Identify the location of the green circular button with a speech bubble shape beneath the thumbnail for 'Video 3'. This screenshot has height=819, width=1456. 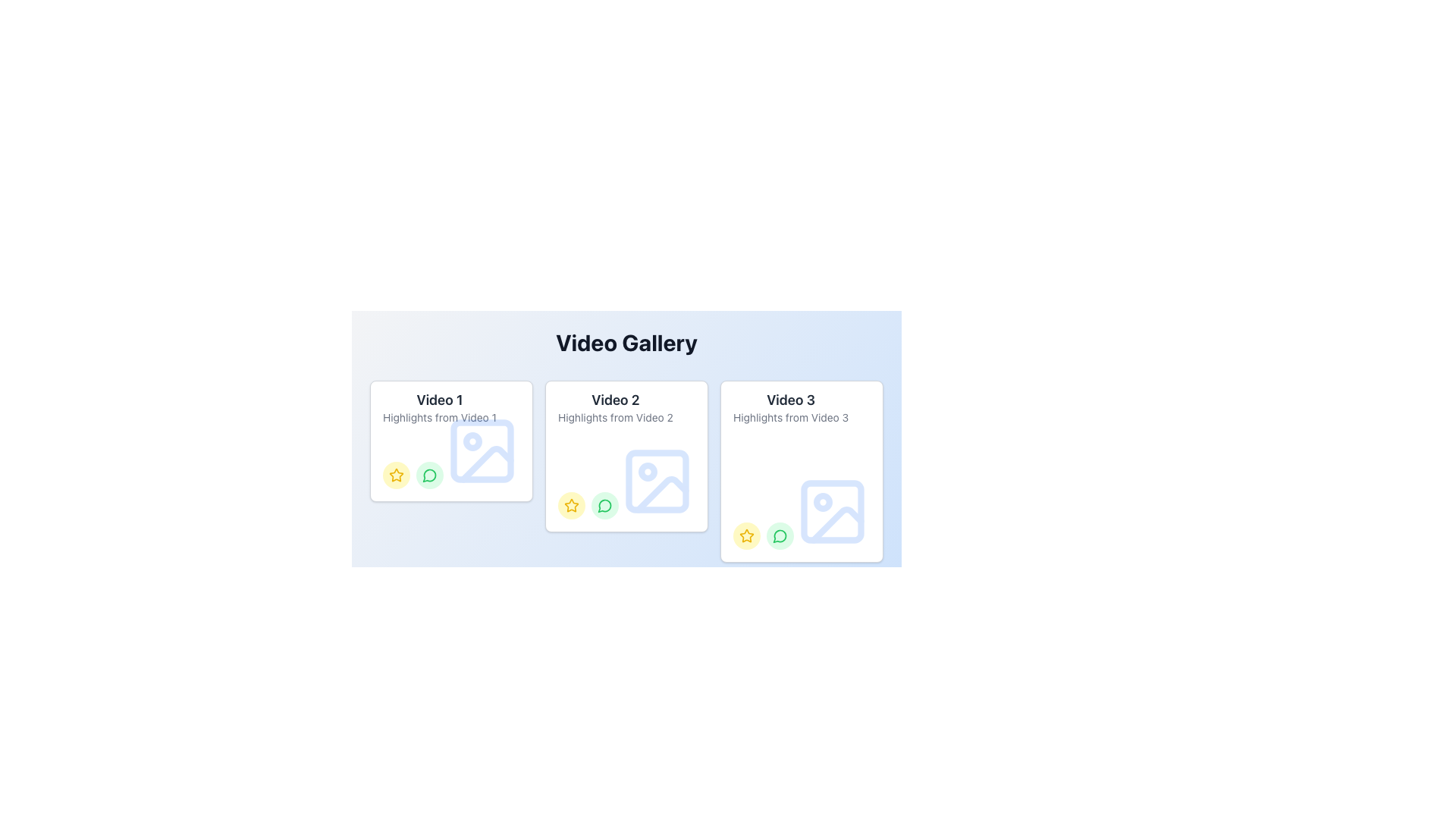
(780, 535).